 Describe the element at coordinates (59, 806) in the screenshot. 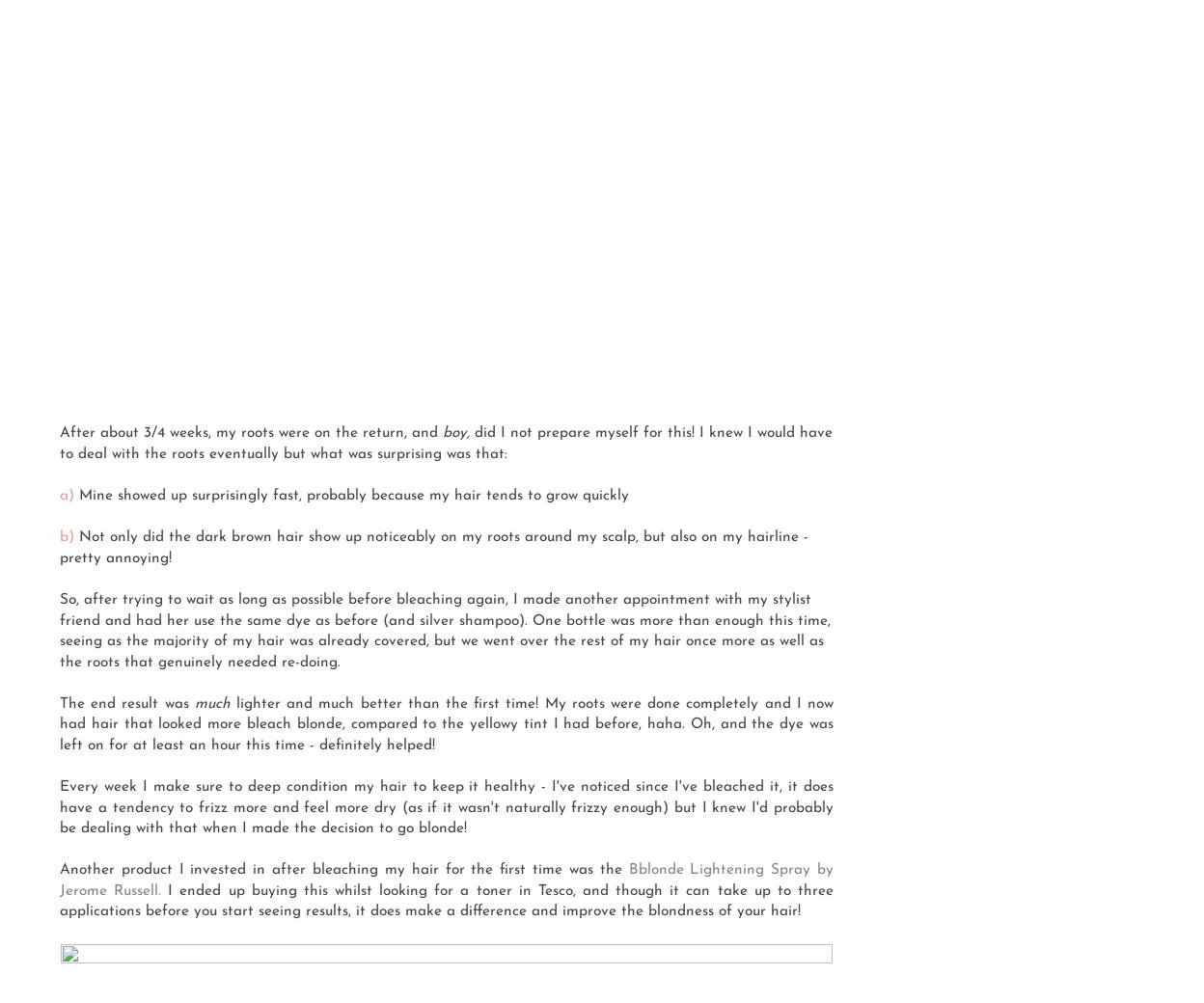

I see `'Every week I make sure to deep condition my hair to keep it healthy - I've noticed since I've bleached it, it does have a tendency to frizz more and feel more dry (as if it wasn't naturally frizzy enough) but I knew I'd probably be dealing with that when I made the decision to go blonde!'` at that location.